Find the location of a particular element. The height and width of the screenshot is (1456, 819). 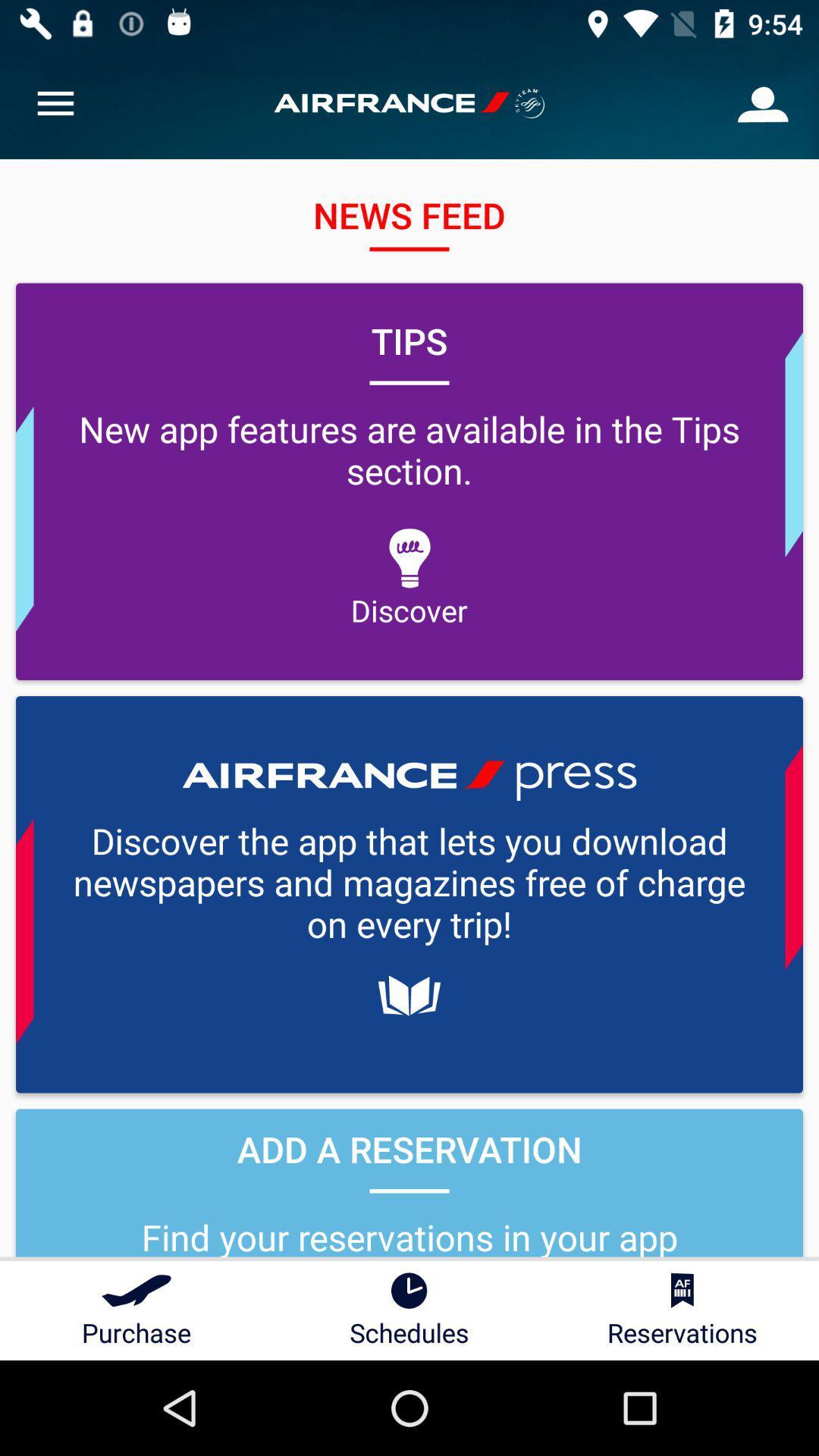

the item to the right of purchase is located at coordinates (409, 1310).